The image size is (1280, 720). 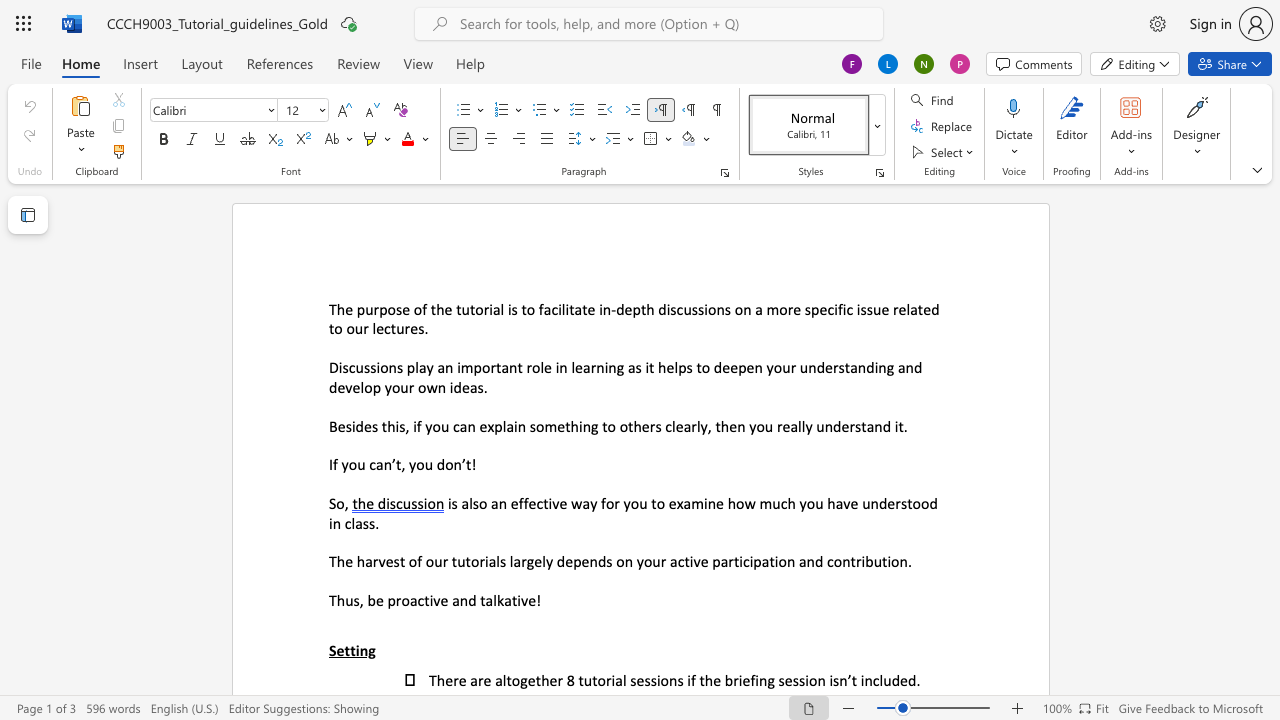 I want to click on the space between the continuous character "i" and "t" in the text, so click(x=568, y=309).